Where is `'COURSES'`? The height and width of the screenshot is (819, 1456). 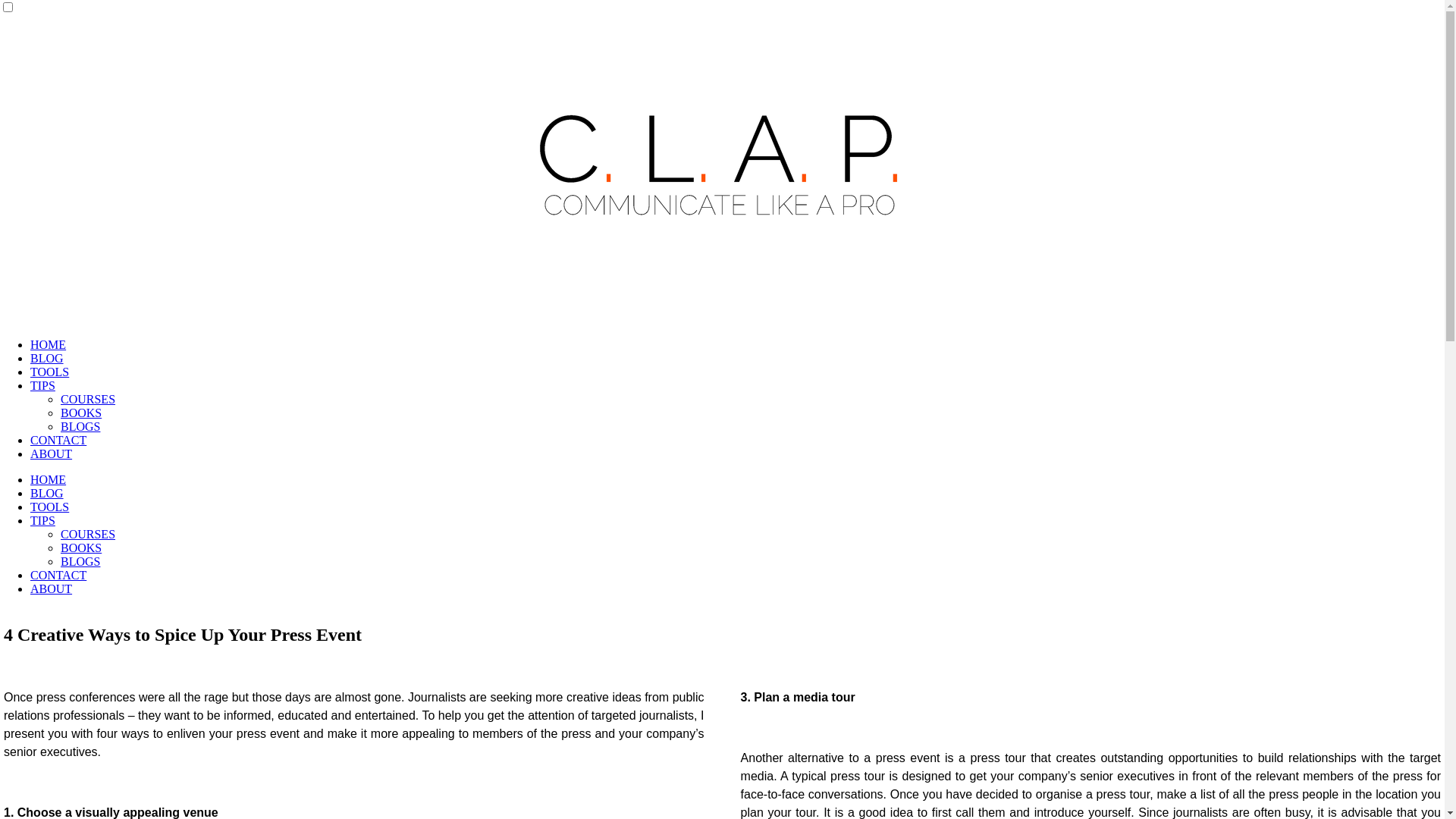
'COURSES' is located at coordinates (61, 398).